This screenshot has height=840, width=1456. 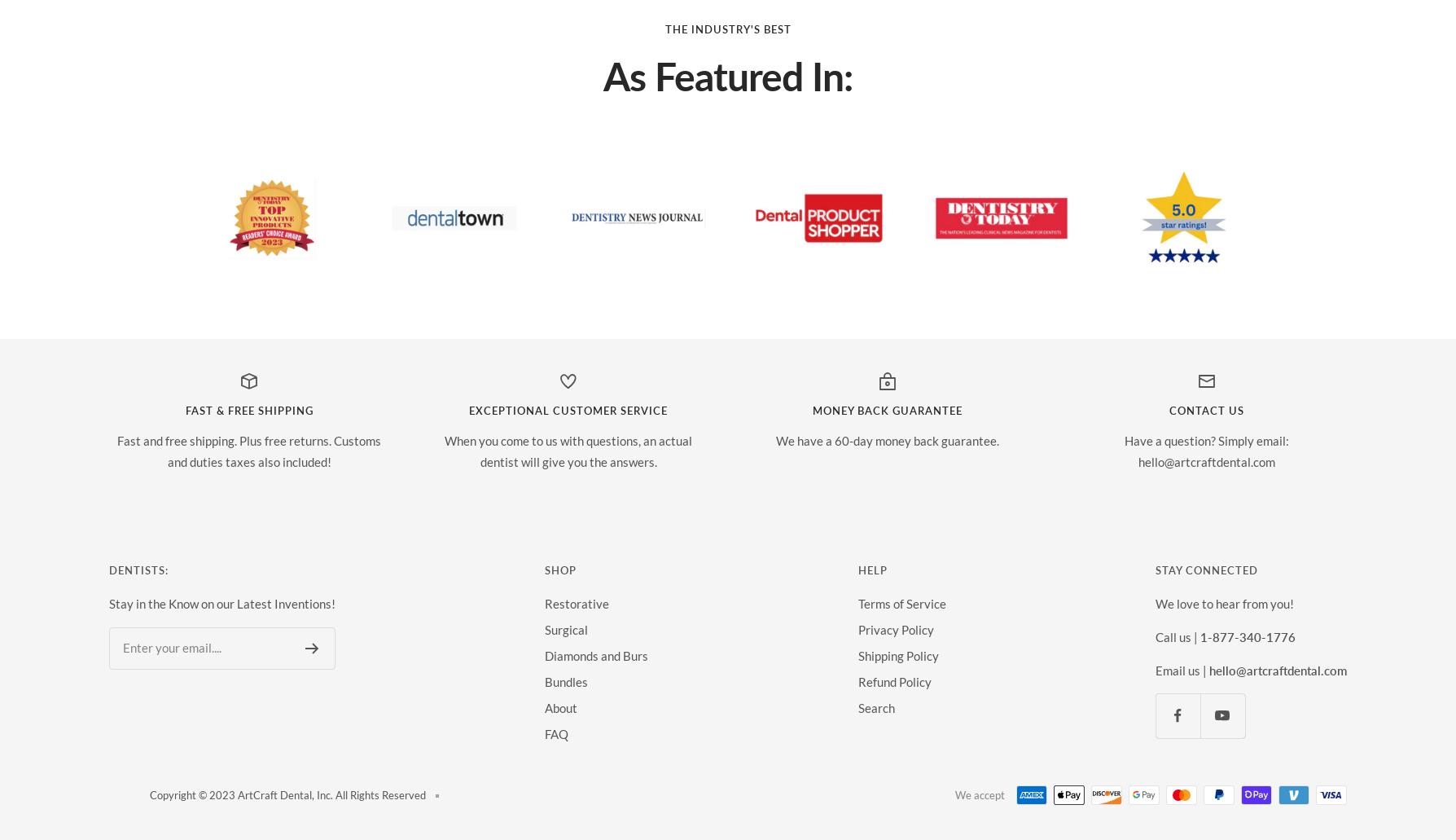 I want to click on 'Copyright © 2023 ArtCraft Dental, Inc. All Rights Reserved', so click(x=149, y=794).